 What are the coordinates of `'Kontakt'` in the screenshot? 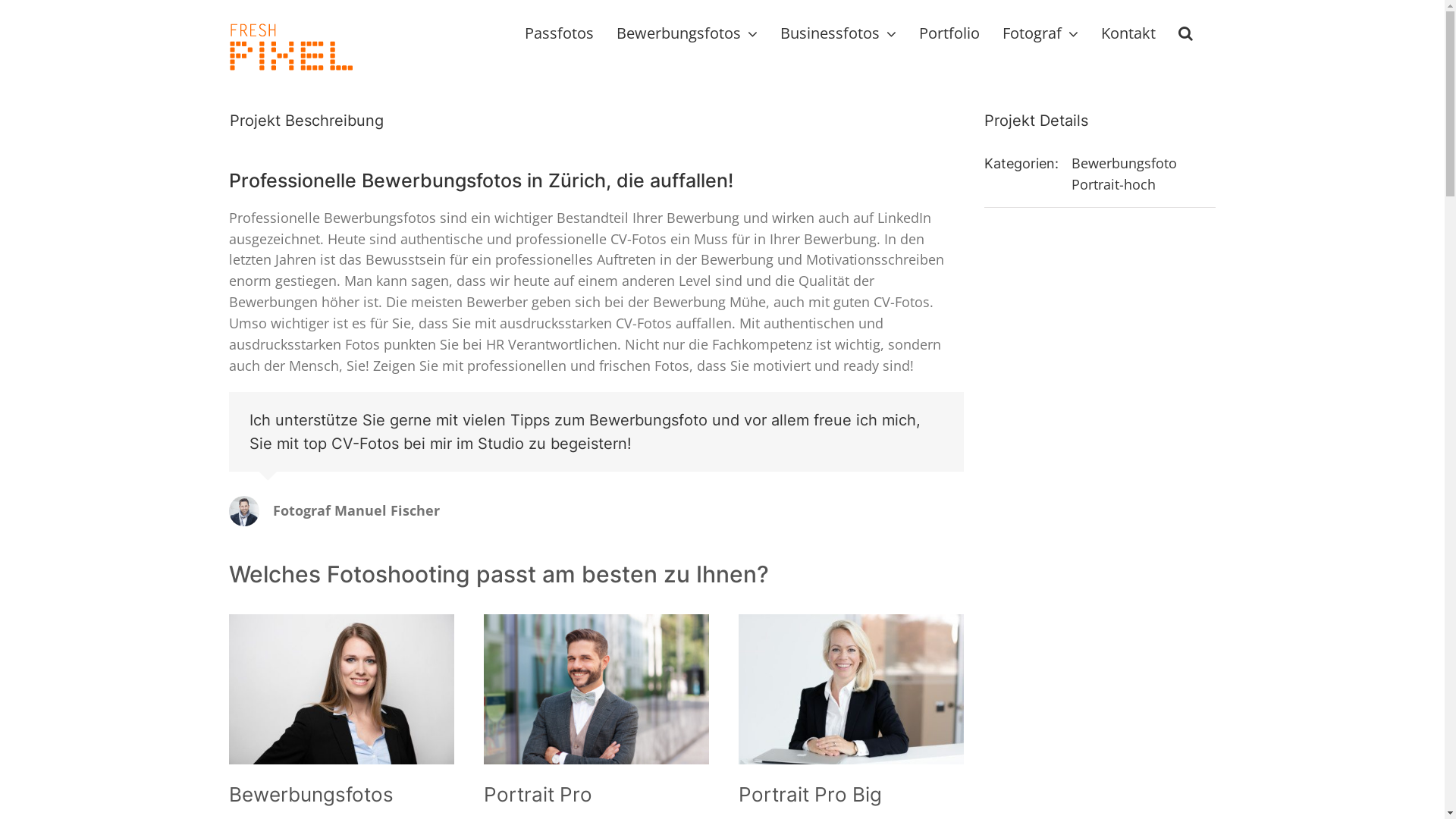 It's located at (1128, 32).